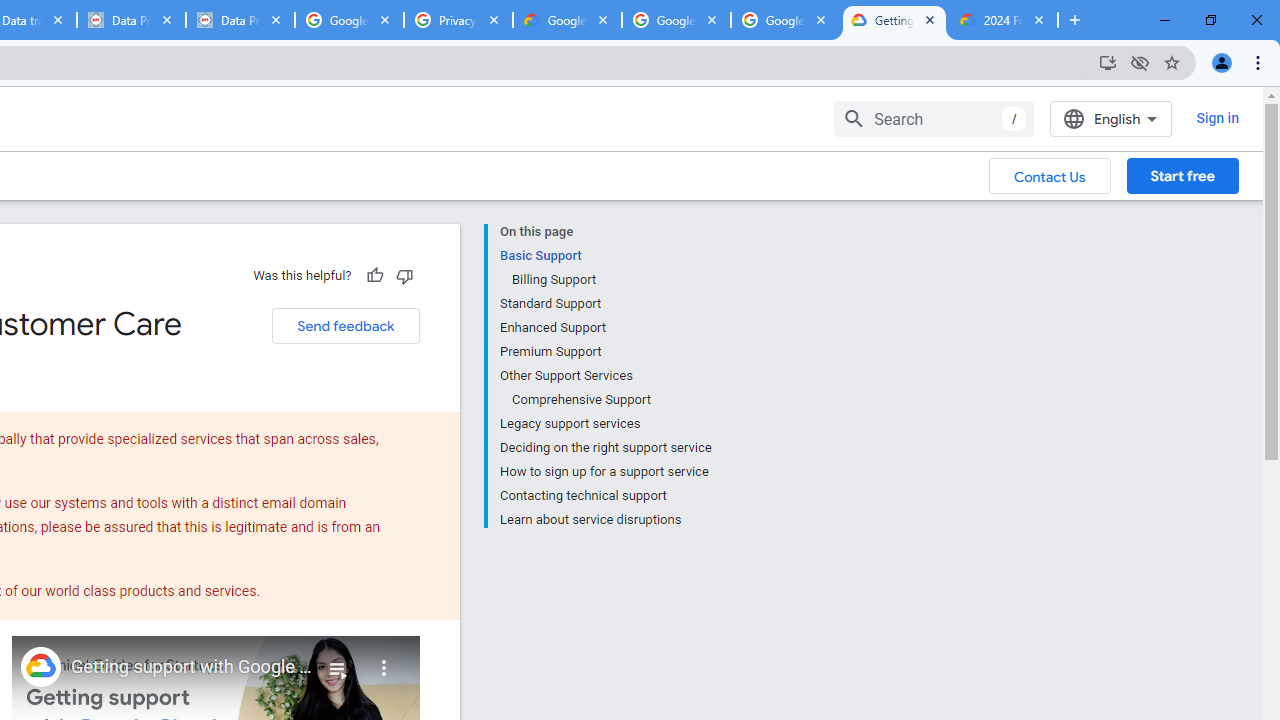 The height and width of the screenshot is (720, 1280). What do you see at coordinates (403, 275) in the screenshot?
I see `'Not helpful'` at bounding box center [403, 275].